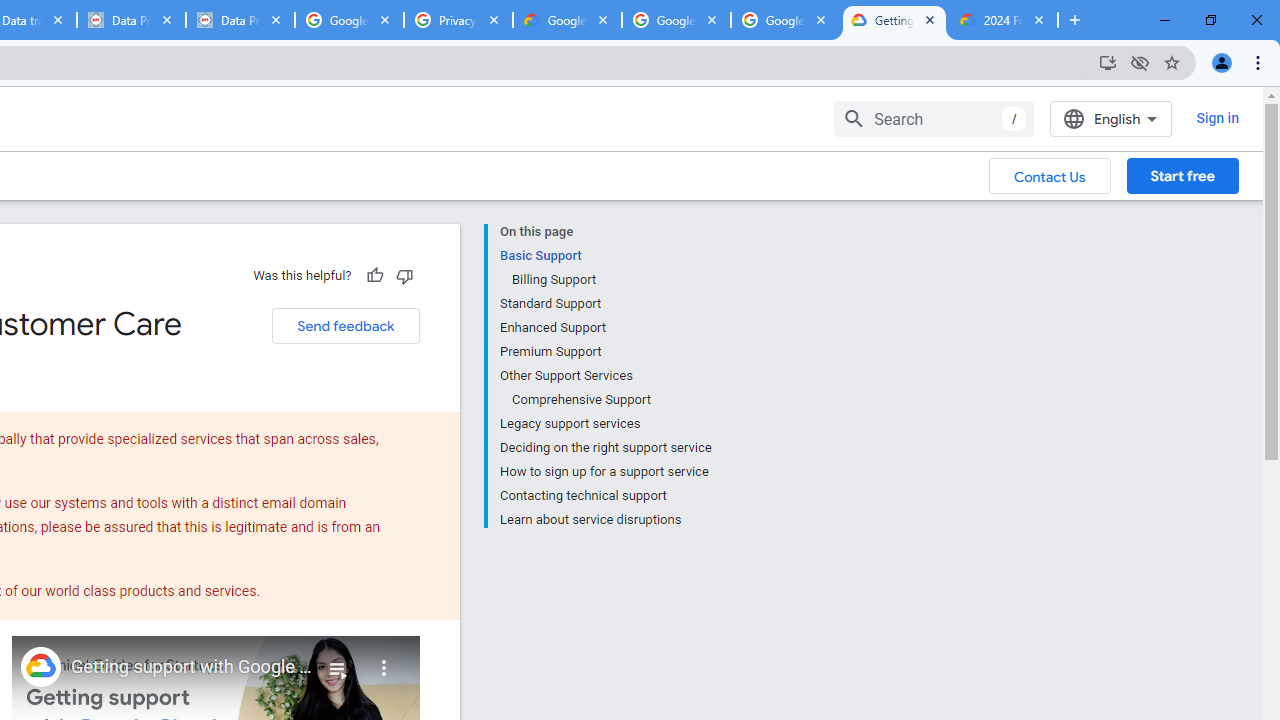 The height and width of the screenshot is (720, 1280). What do you see at coordinates (403, 275) in the screenshot?
I see `'Not helpful'` at bounding box center [403, 275].